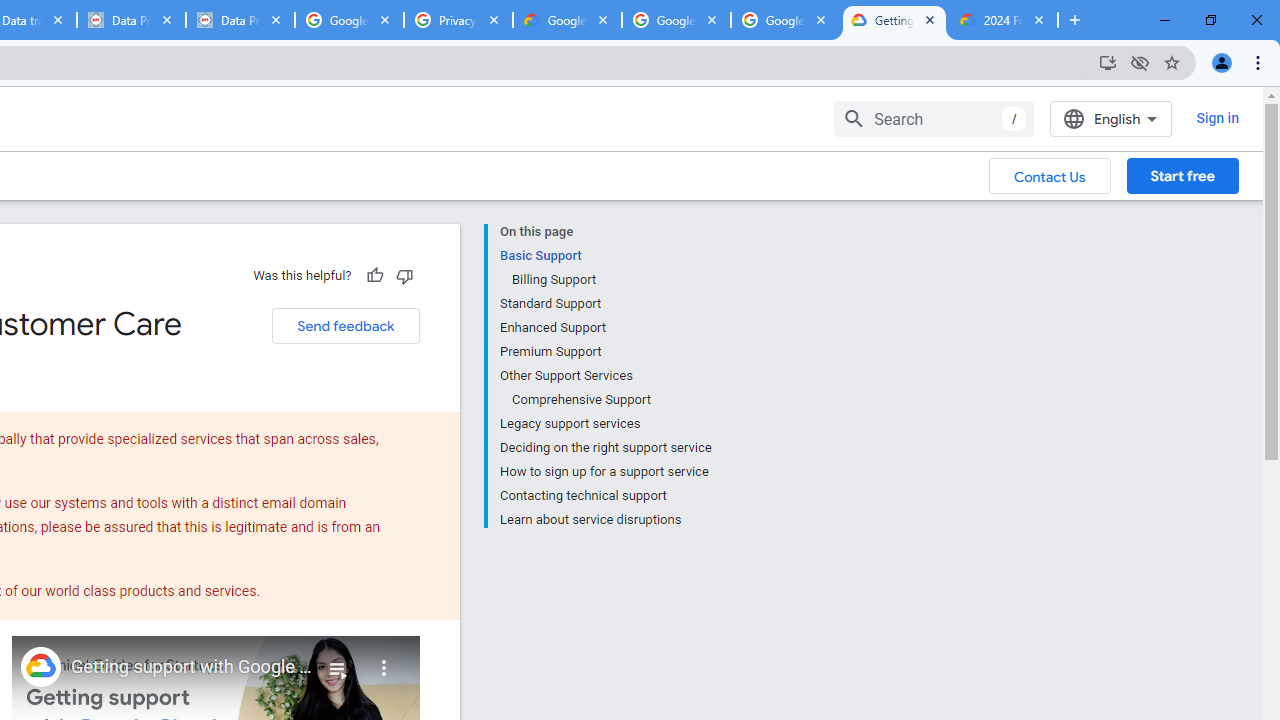 The height and width of the screenshot is (720, 1280). What do you see at coordinates (403, 275) in the screenshot?
I see `'Not helpful'` at bounding box center [403, 275].